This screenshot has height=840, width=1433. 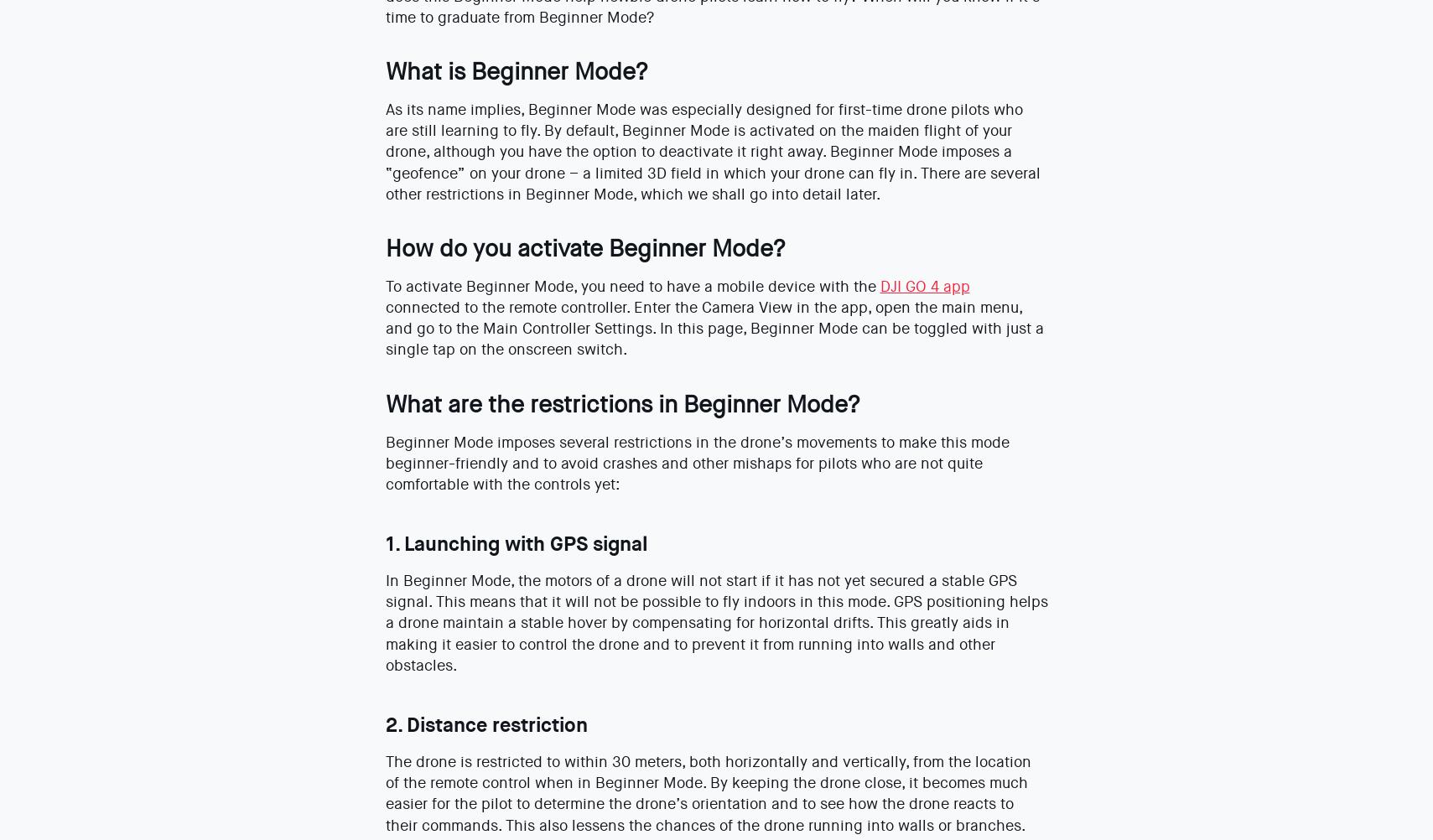 I want to click on 'Beginner Mode imposes several restrictions in the drone’s movements to make this mode beginner-friendly and to avoid crashes and other mishaps for pilots who are not quite comfortable with the controls yet:', so click(x=695, y=463).